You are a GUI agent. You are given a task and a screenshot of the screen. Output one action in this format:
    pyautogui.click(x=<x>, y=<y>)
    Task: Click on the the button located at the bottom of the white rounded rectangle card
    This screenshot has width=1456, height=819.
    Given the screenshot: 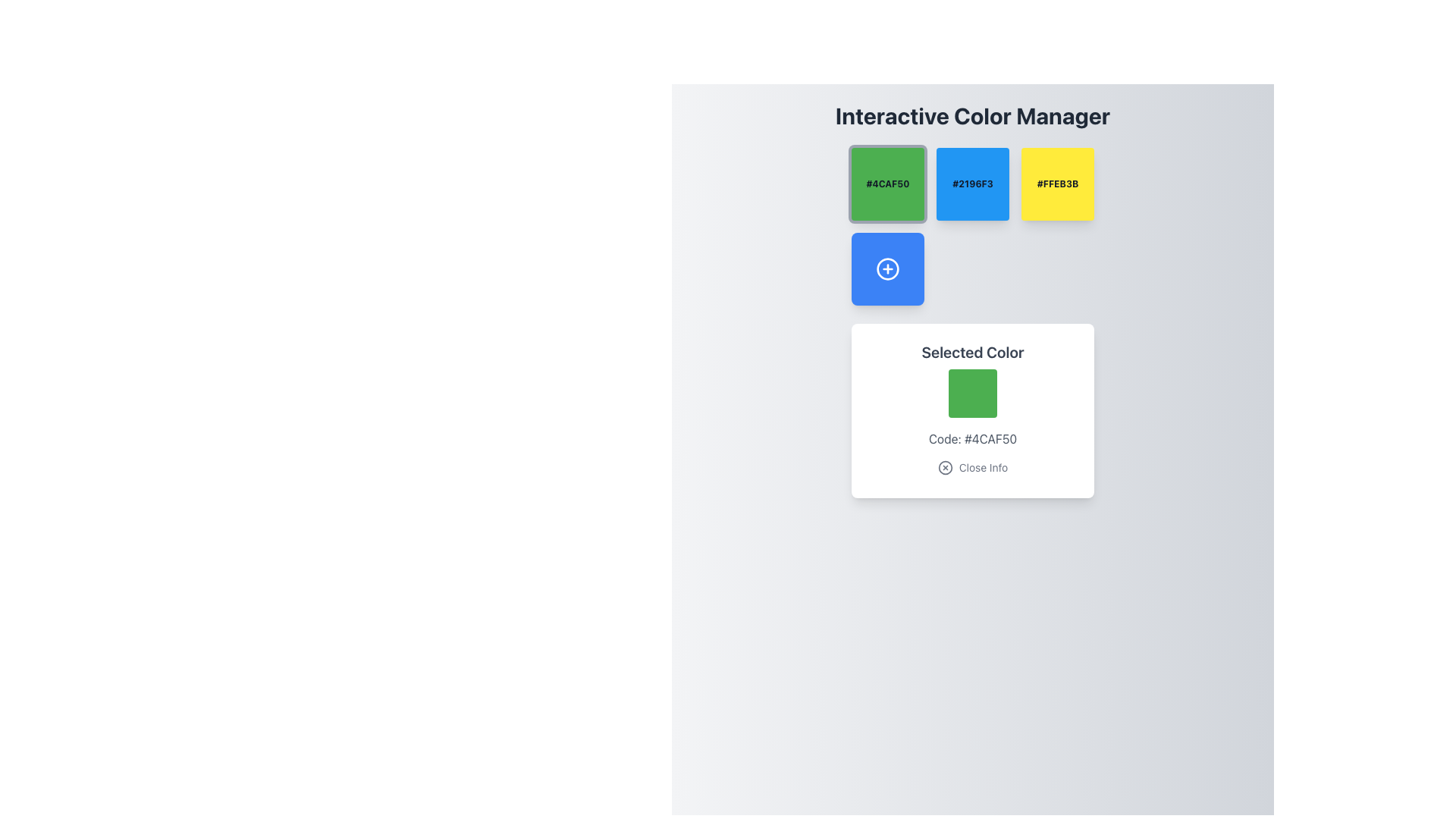 What is the action you would take?
    pyautogui.click(x=971, y=467)
    